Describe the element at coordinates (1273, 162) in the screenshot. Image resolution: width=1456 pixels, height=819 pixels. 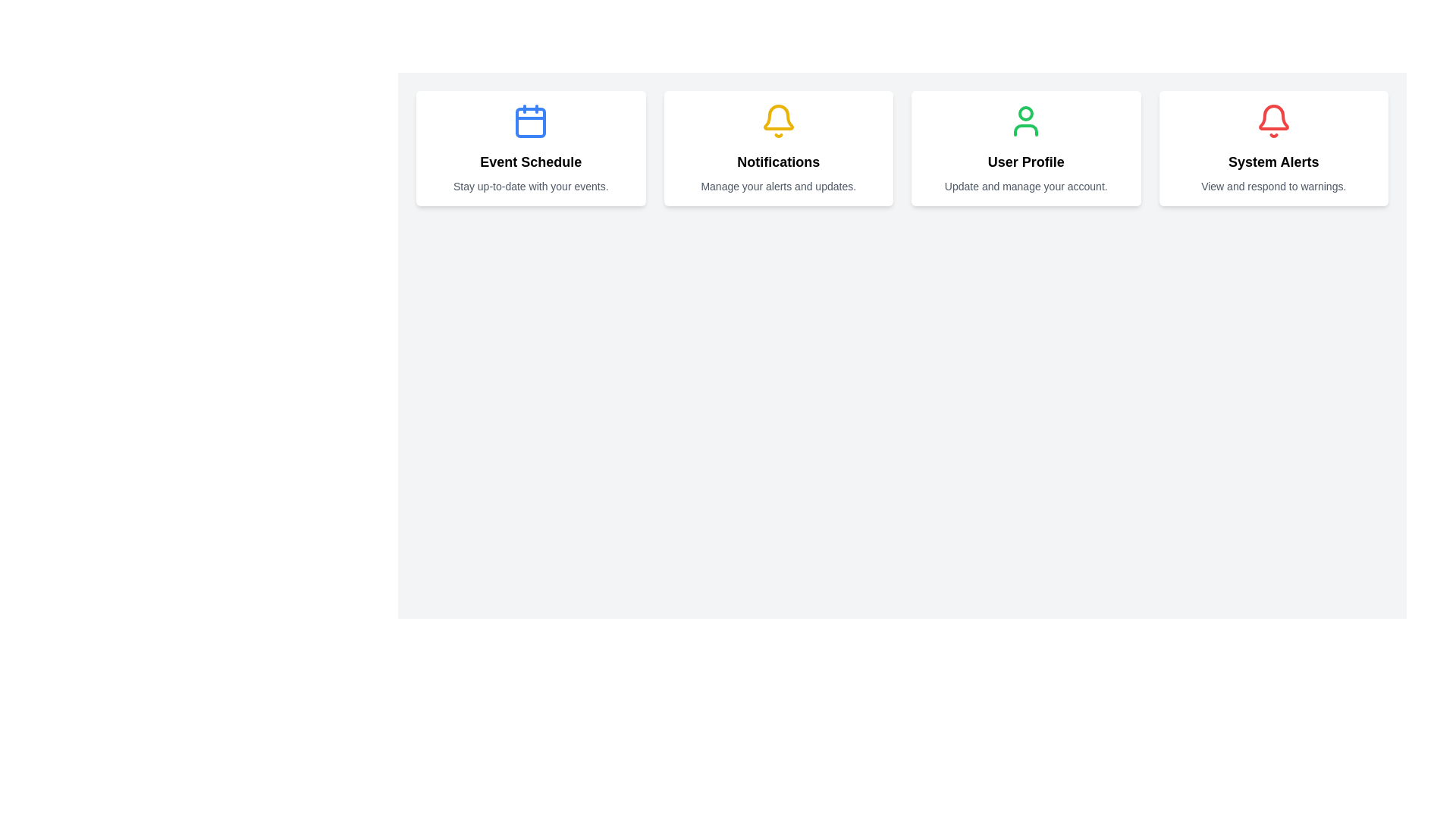
I see `title text label in the fourth card that summarizes system alerts, positioned below the icon and above the descriptive text` at that location.